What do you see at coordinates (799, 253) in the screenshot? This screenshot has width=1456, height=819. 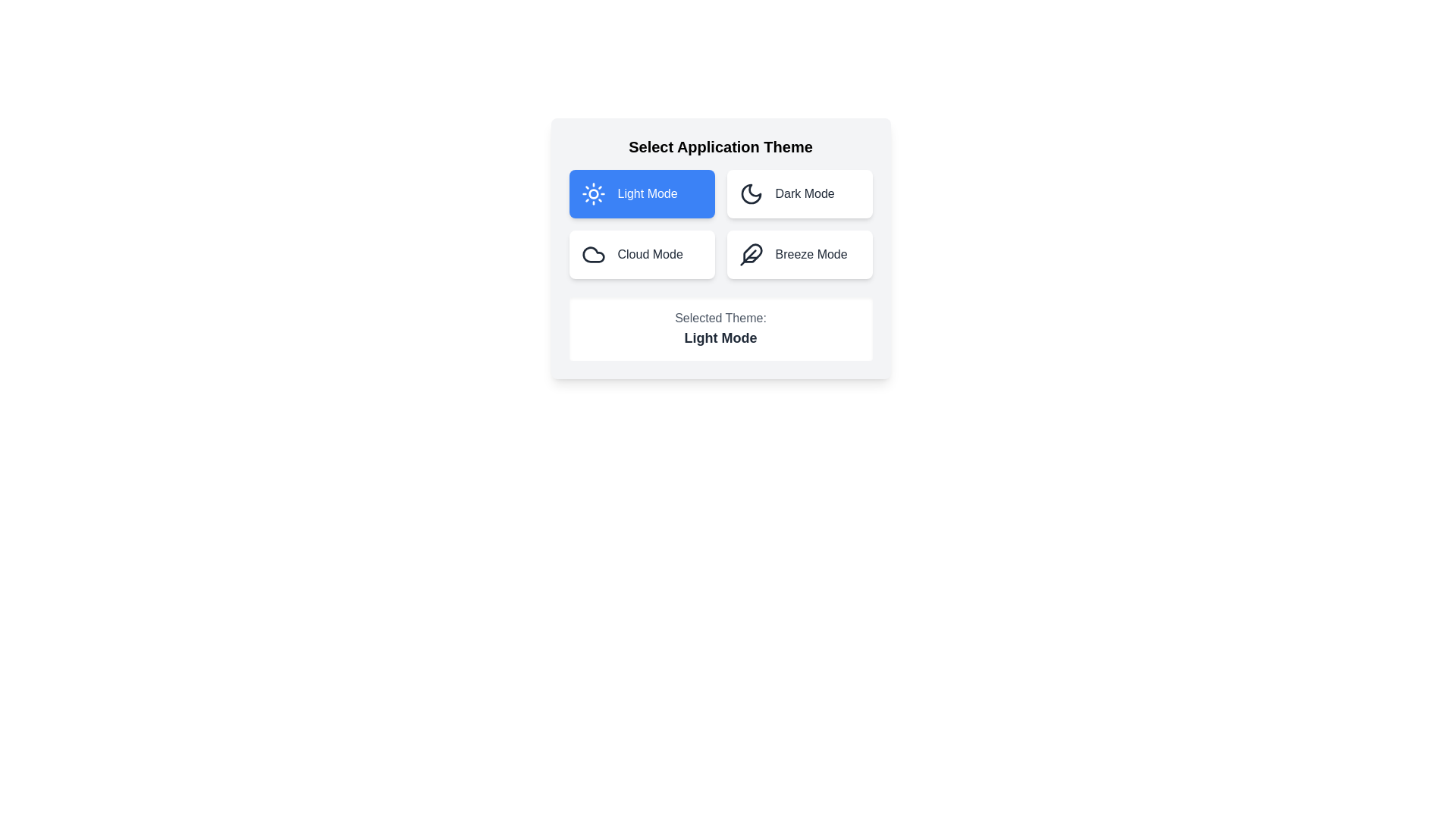 I see `the theme by clicking on the button corresponding to Breeze Mode` at bounding box center [799, 253].